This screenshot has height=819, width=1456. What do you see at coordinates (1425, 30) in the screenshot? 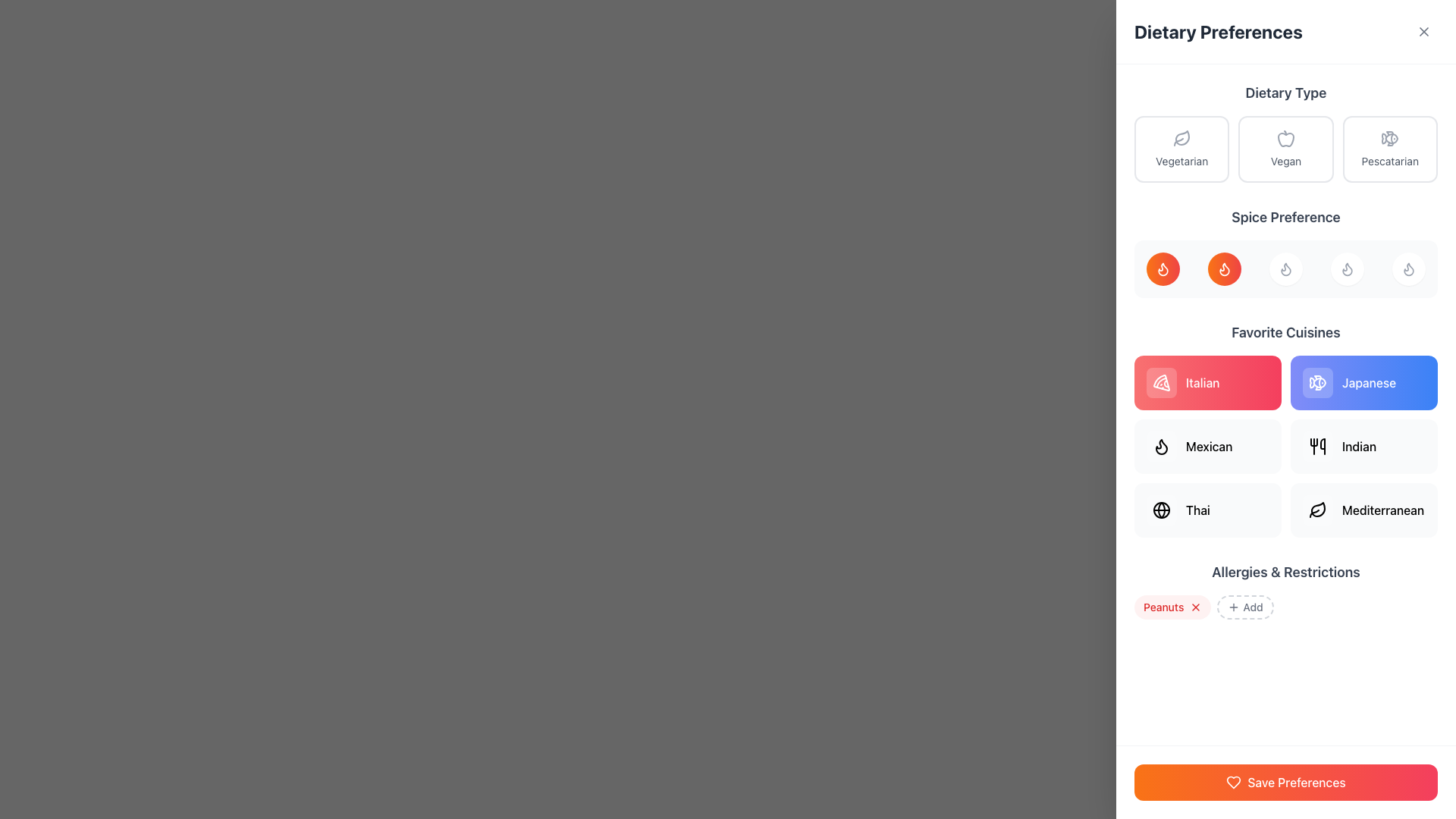
I see `the utensils icon located in the circular button at the top-right corner of the interface, which is adjacent to the title 'Dietary Preferences'` at bounding box center [1425, 30].